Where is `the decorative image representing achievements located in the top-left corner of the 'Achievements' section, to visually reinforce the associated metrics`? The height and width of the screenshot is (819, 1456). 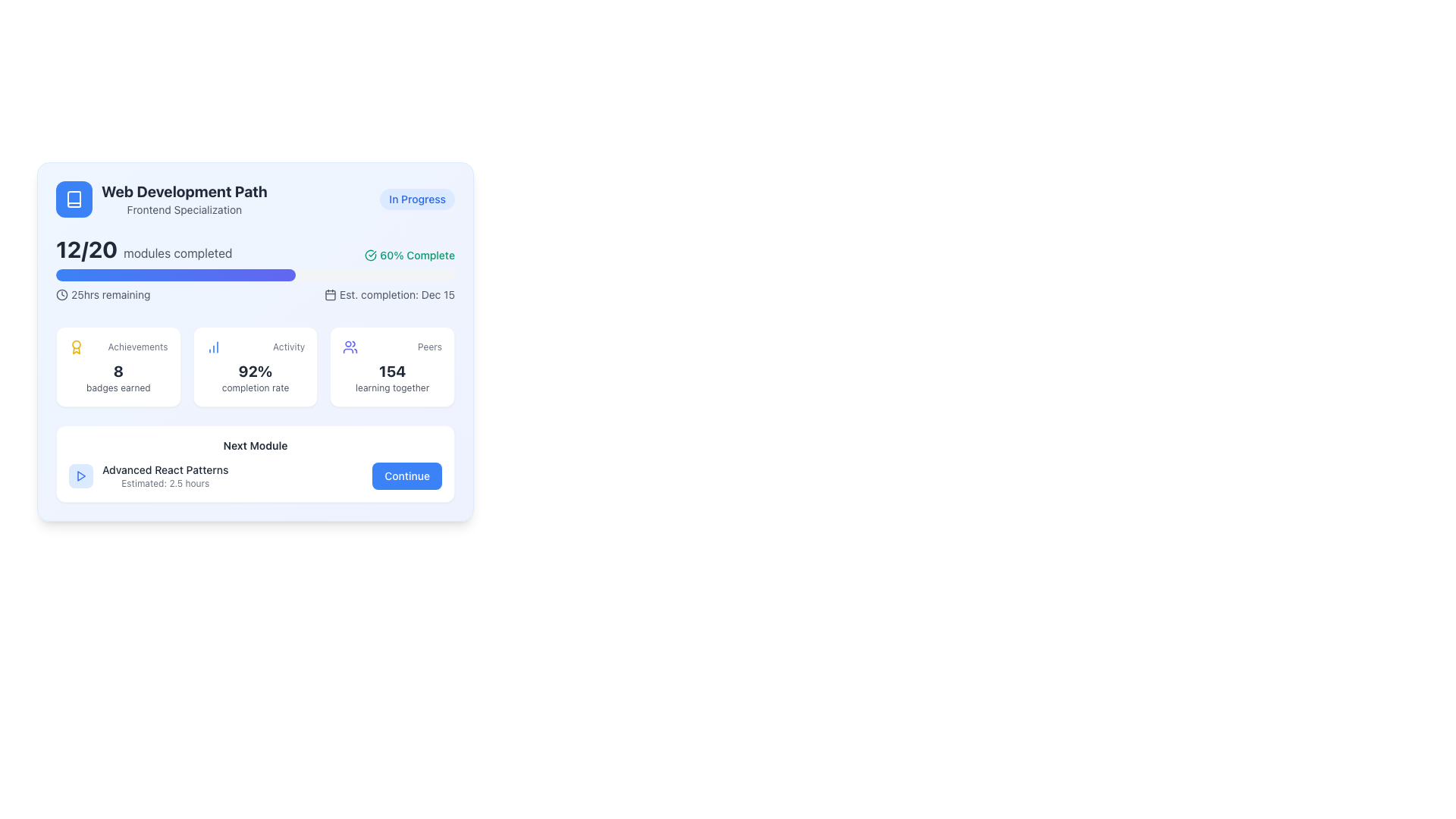
the decorative image representing achievements located in the top-left corner of the 'Achievements' section, to visually reinforce the associated metrics is located at coordinates (75, 347).